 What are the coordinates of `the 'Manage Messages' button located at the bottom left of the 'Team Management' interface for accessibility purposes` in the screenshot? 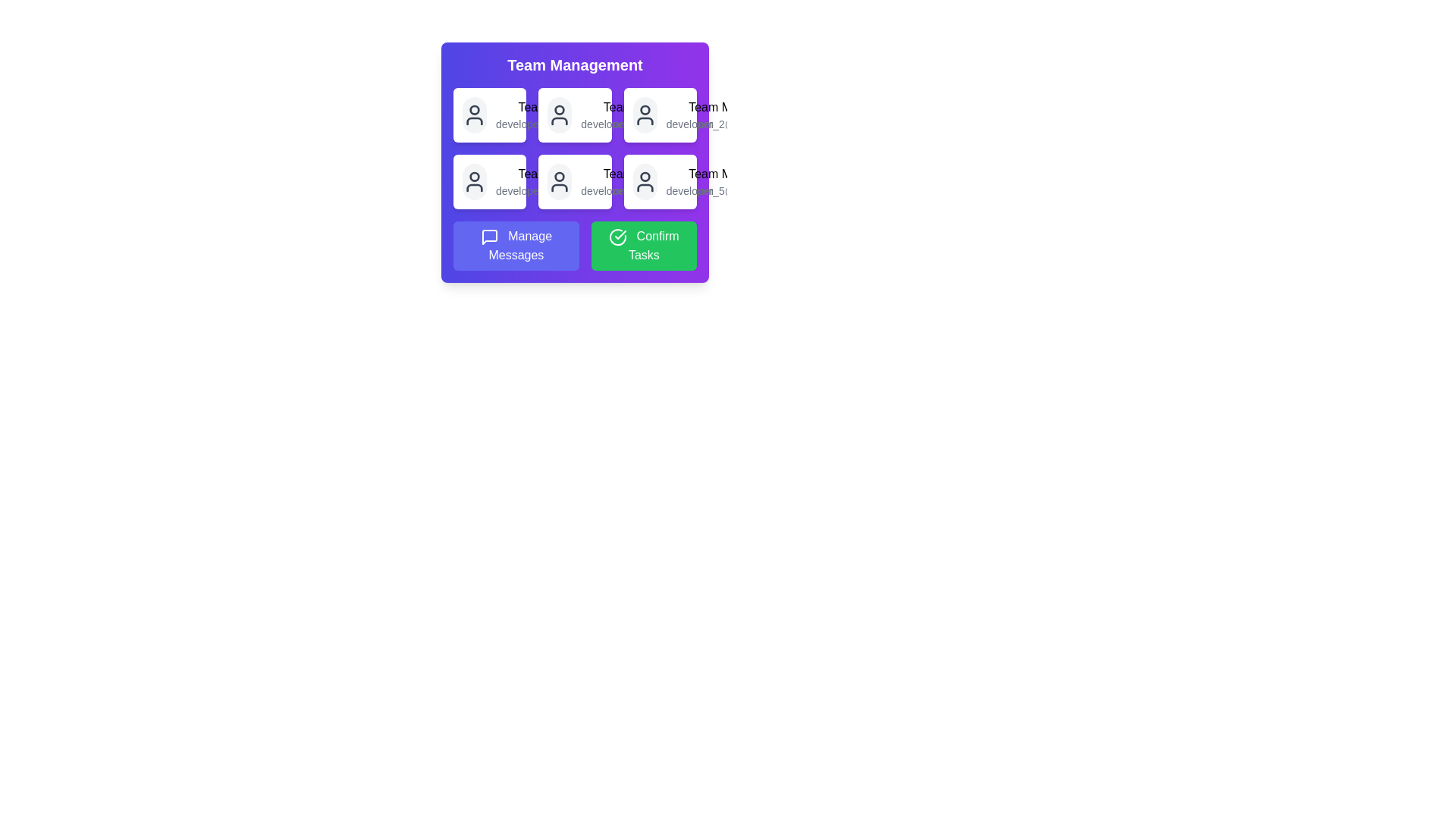 It's located at (516, 245).